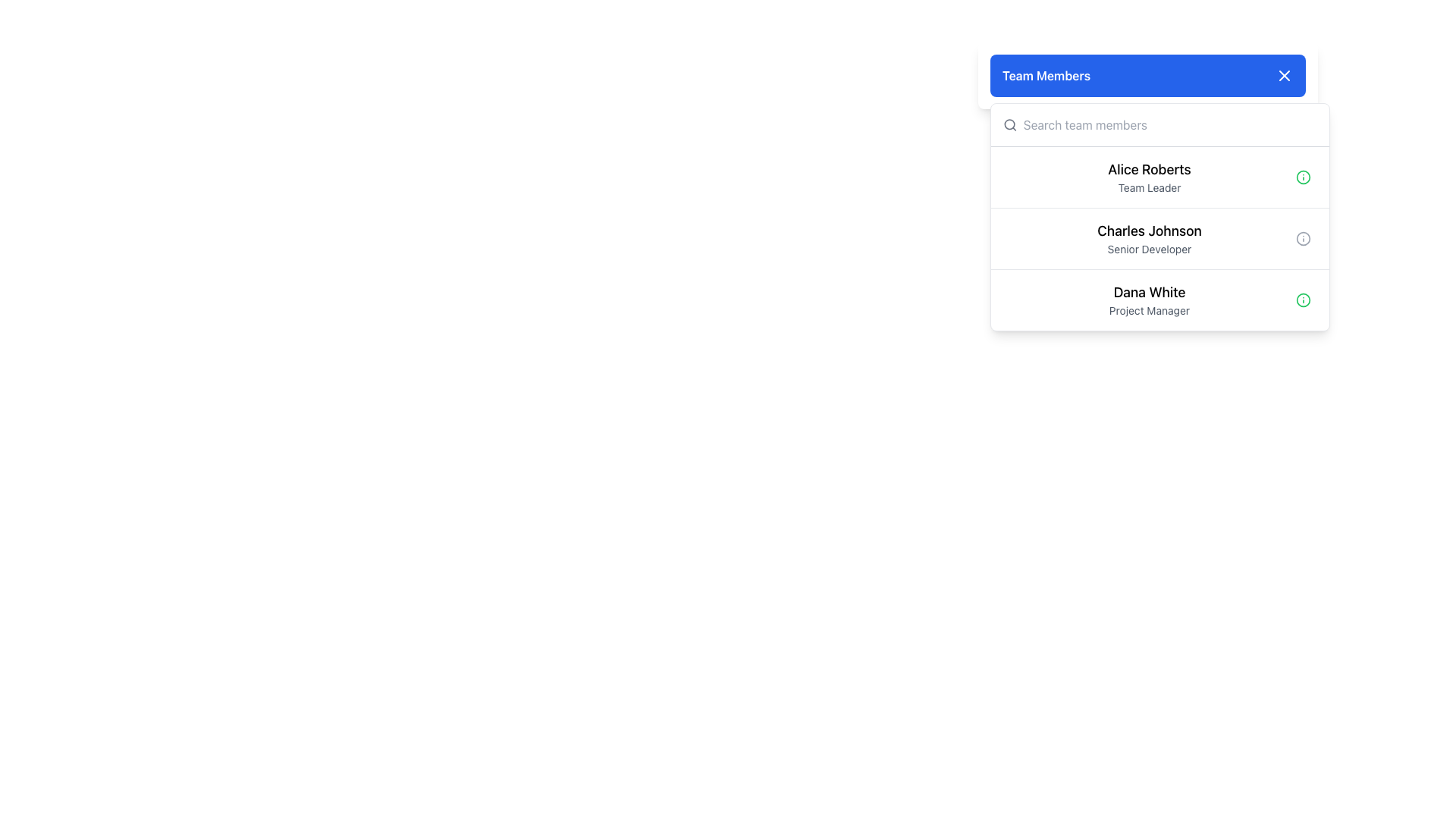 The image size is (1456, 819). I want to click on the close button icon located in the top-right corner of the blue header bar titled 'Team Members', so click(1284, 76).